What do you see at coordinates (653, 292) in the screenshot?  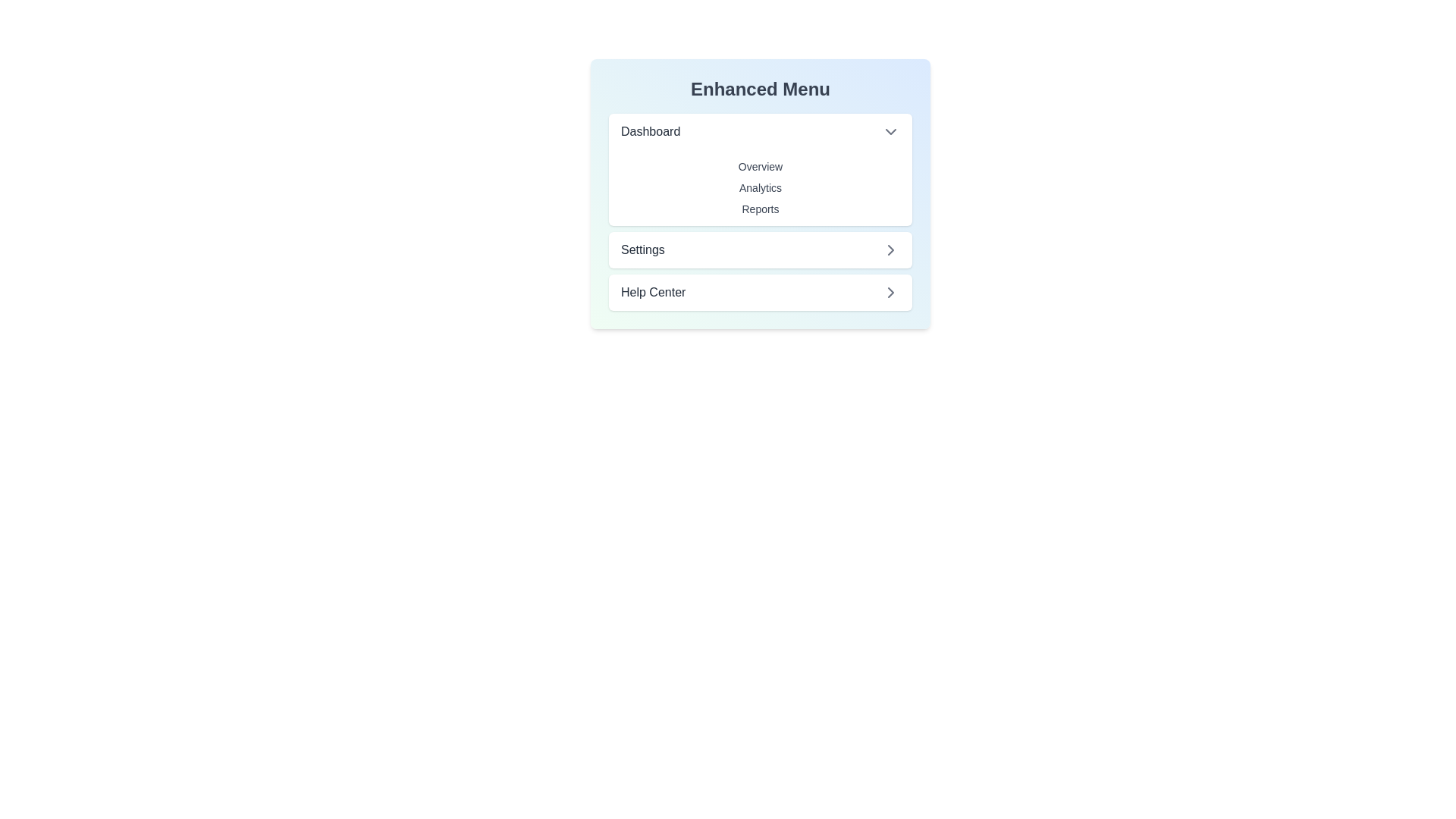 I see `the 'Help Center' text label in the menu interface` at bounding box center [653, 292].